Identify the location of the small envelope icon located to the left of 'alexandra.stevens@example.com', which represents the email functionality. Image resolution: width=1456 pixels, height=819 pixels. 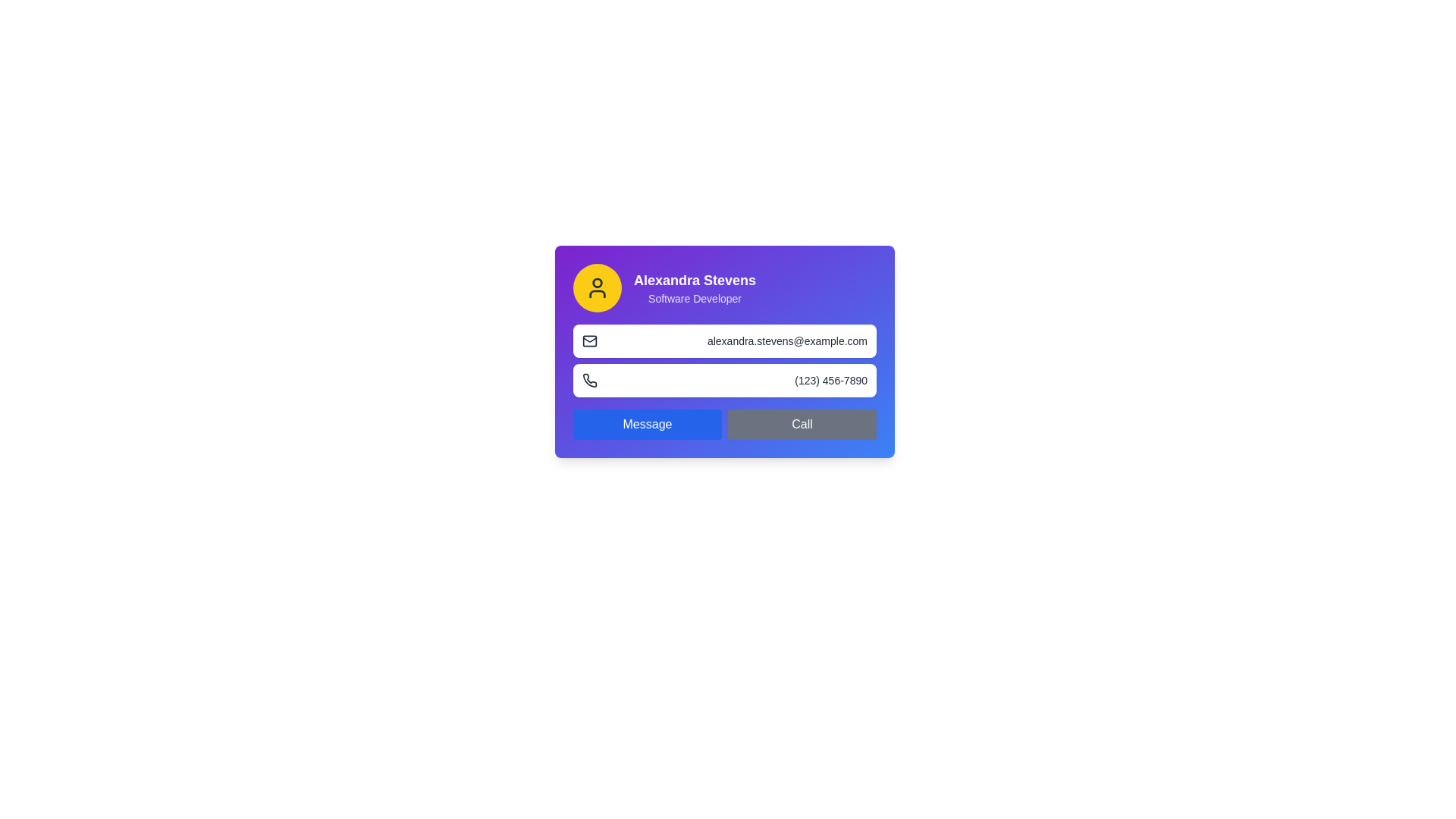
(588, 341).